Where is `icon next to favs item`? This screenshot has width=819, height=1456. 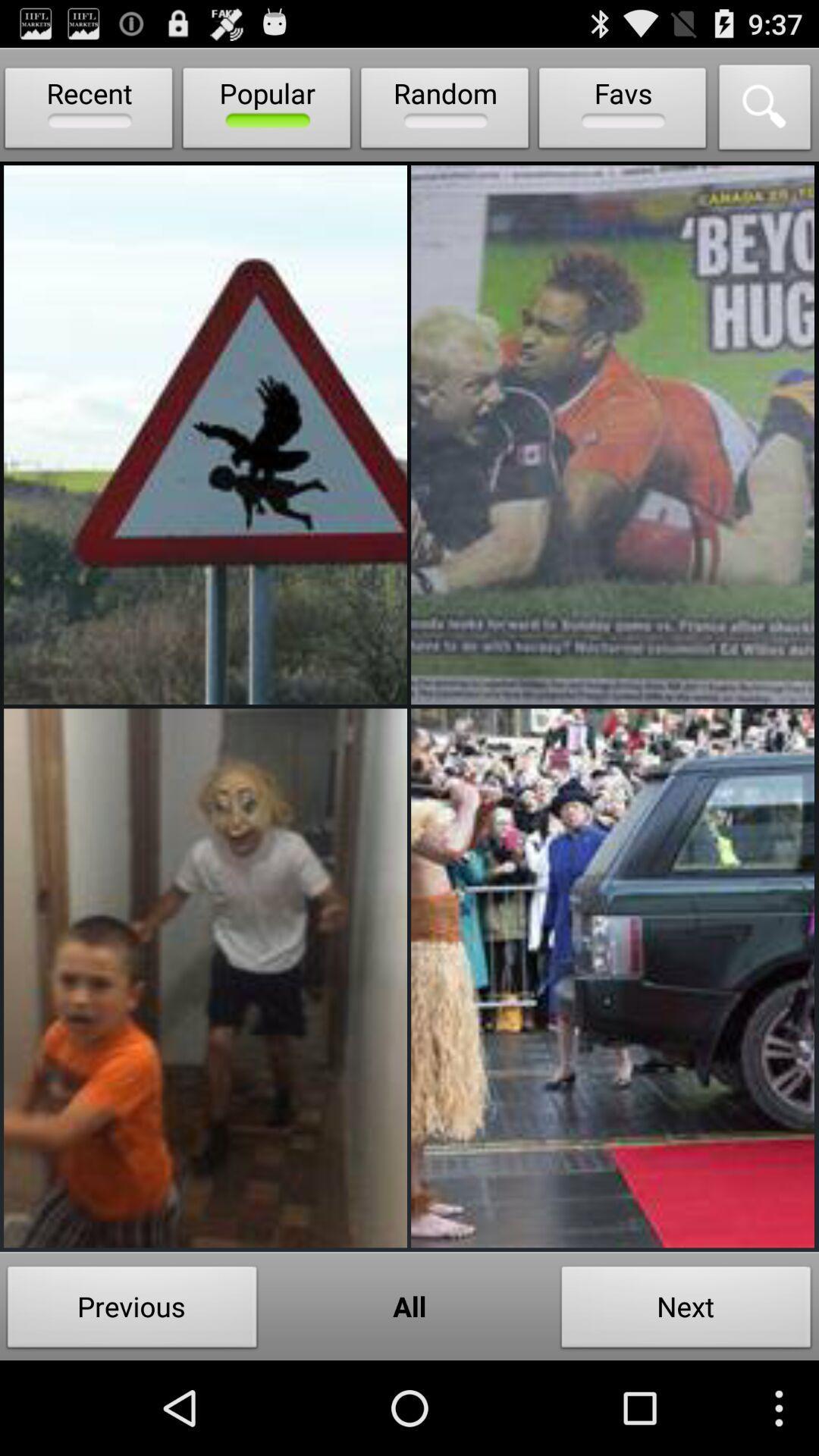
icon next to favs item is located at coordinates (765, 111).